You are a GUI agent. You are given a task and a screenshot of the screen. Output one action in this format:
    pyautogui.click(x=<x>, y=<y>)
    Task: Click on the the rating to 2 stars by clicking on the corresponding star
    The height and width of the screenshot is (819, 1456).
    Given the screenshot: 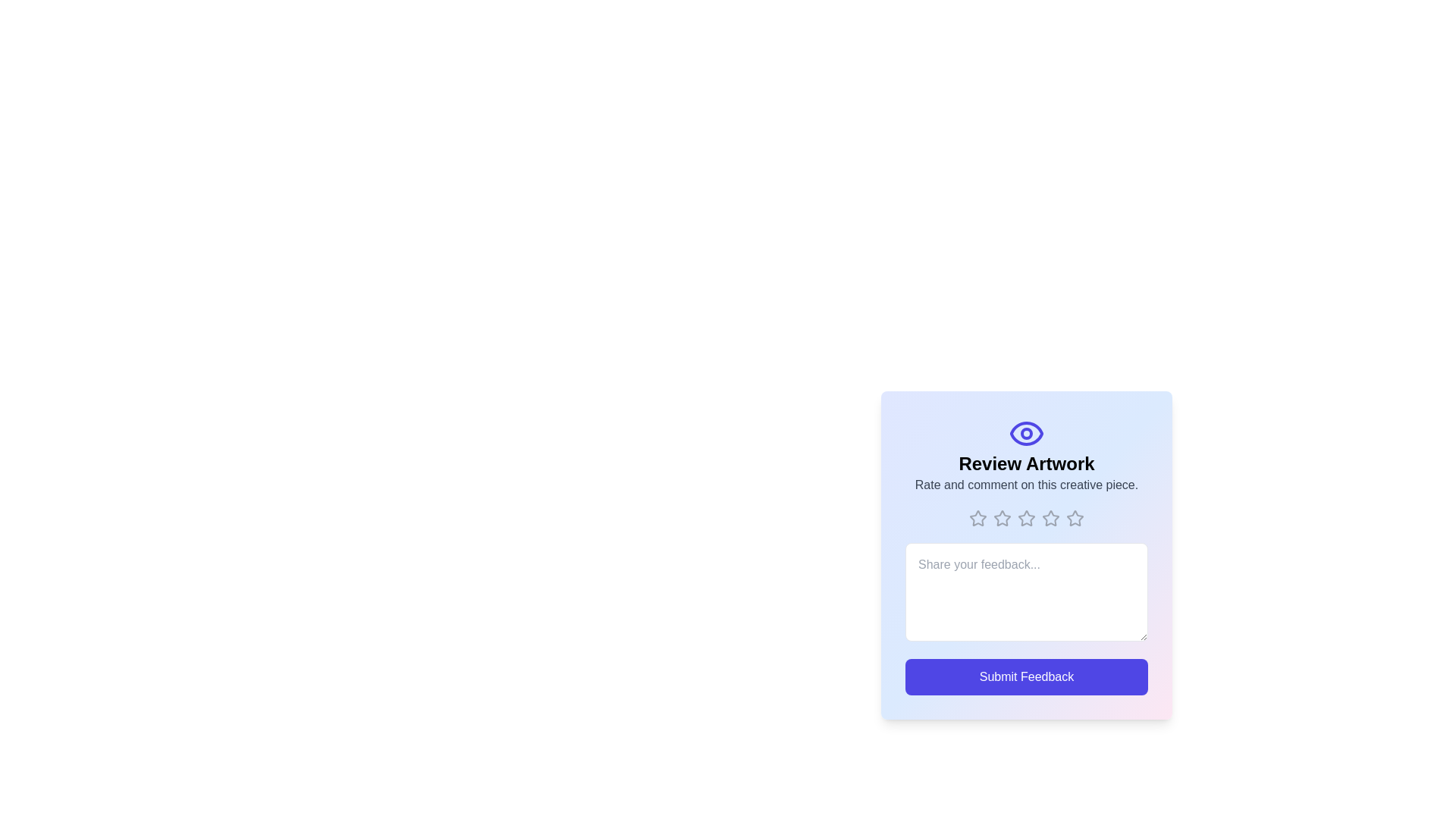 What is the action you would take?
    pyautogui.click(x=1002, y=517)
    